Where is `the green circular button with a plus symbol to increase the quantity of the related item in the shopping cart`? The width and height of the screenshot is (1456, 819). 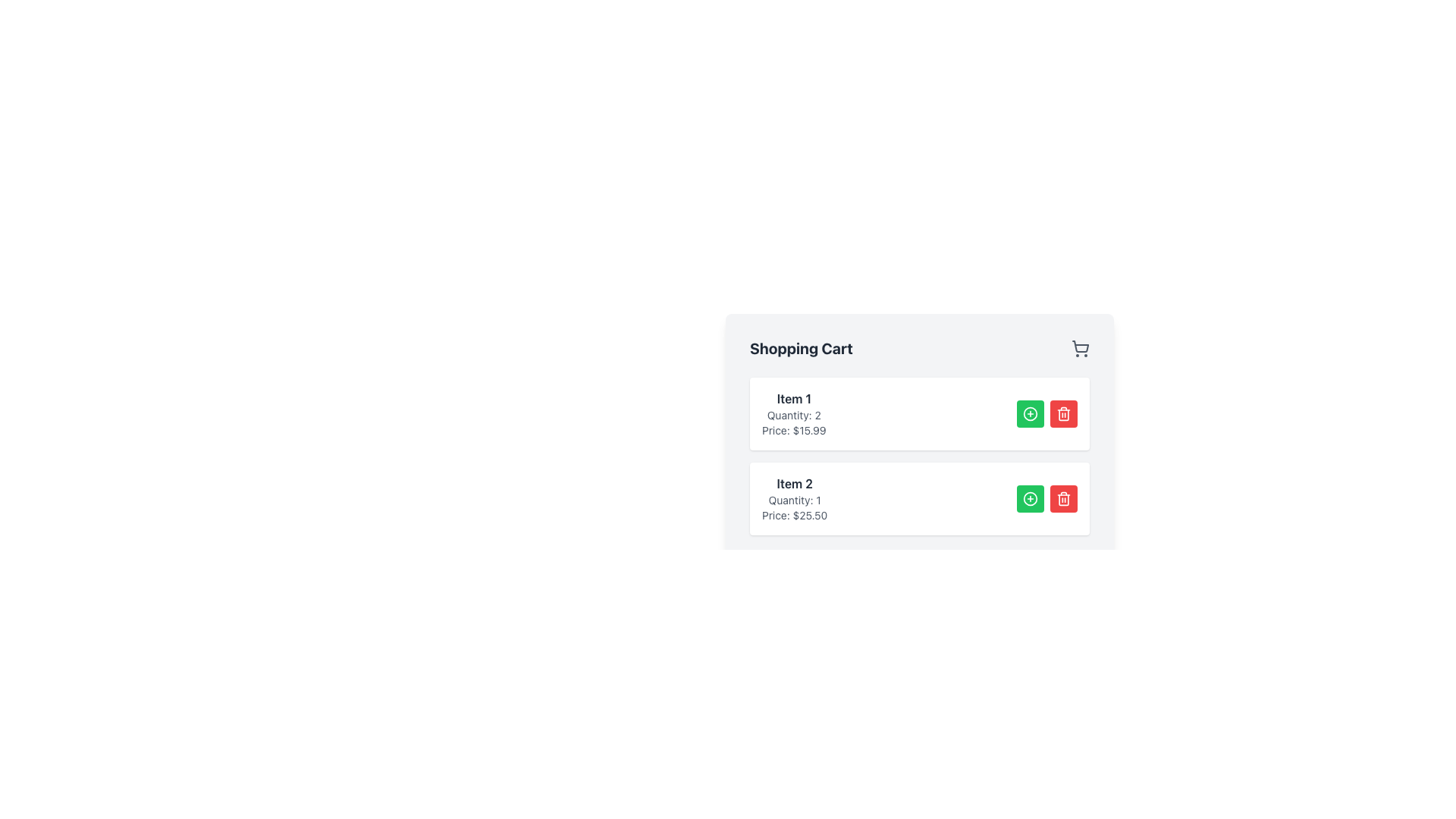
the green circular button with a plus symbol to increase the quantity of the related item in the shopping cart is located at coordinates (1030, 499).